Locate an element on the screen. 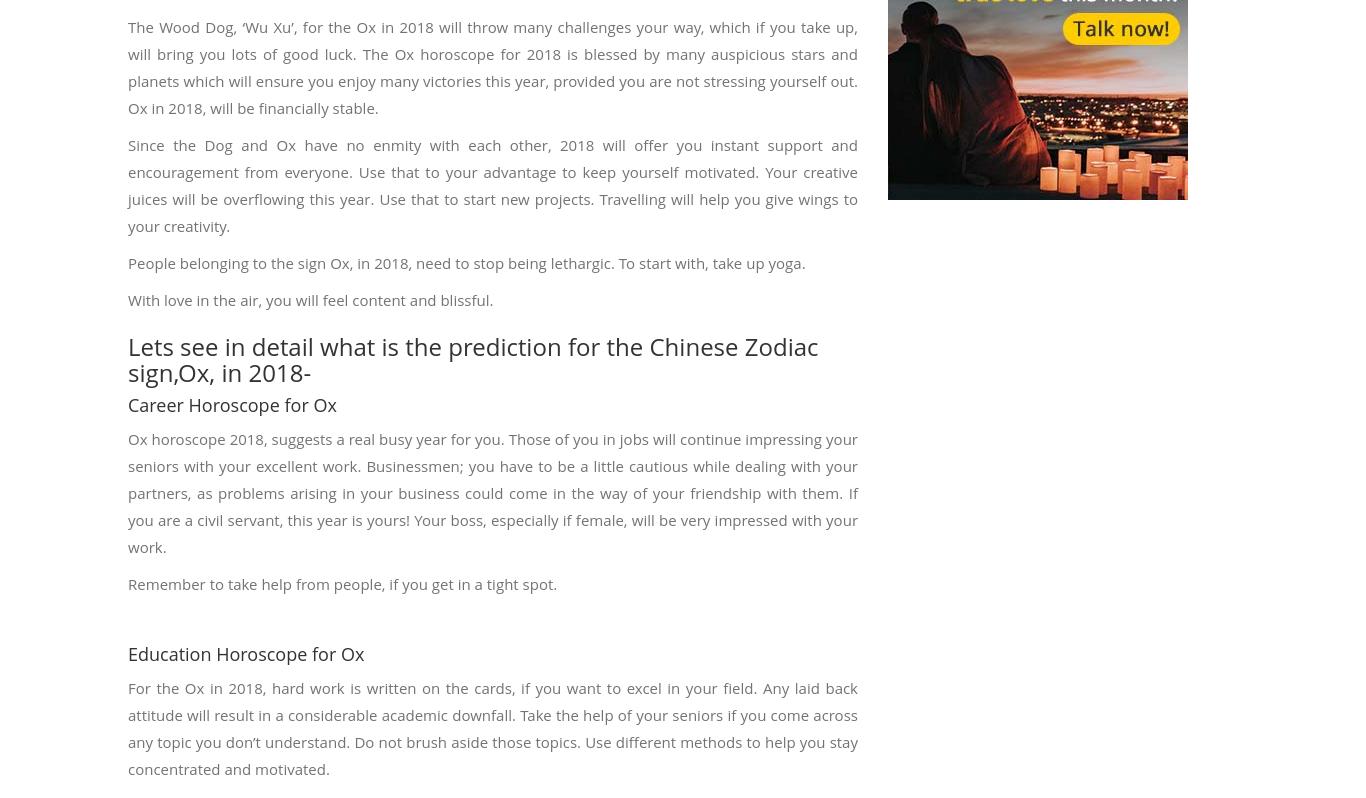 This screenshot has height=798, width=1366. 'Remember to take help from people, if you get in a tight spot.' is located at coordinates (342, 582).